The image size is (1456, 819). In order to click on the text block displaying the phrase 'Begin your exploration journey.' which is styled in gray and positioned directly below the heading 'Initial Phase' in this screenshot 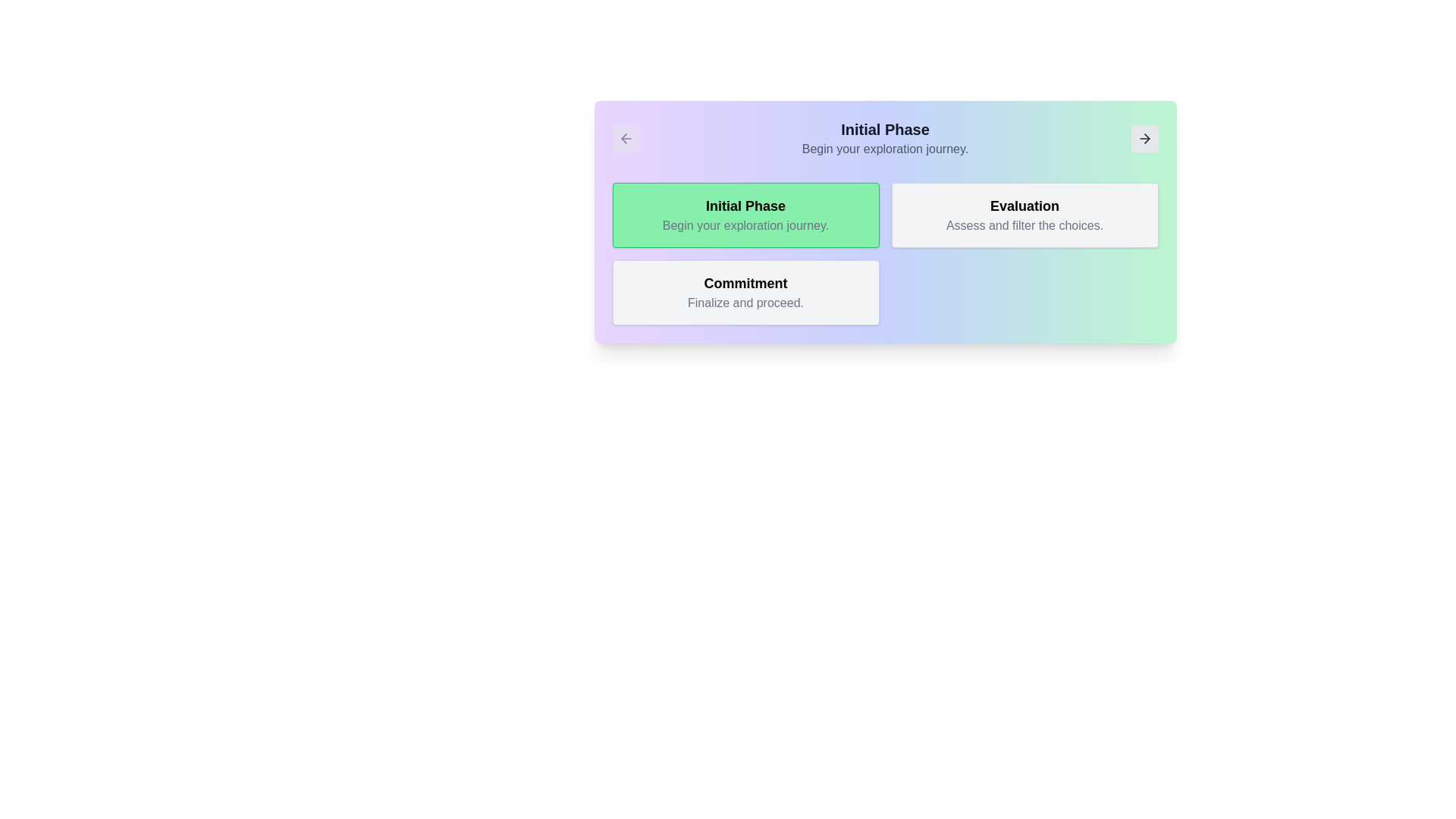, I will do `click(885, 149)`.